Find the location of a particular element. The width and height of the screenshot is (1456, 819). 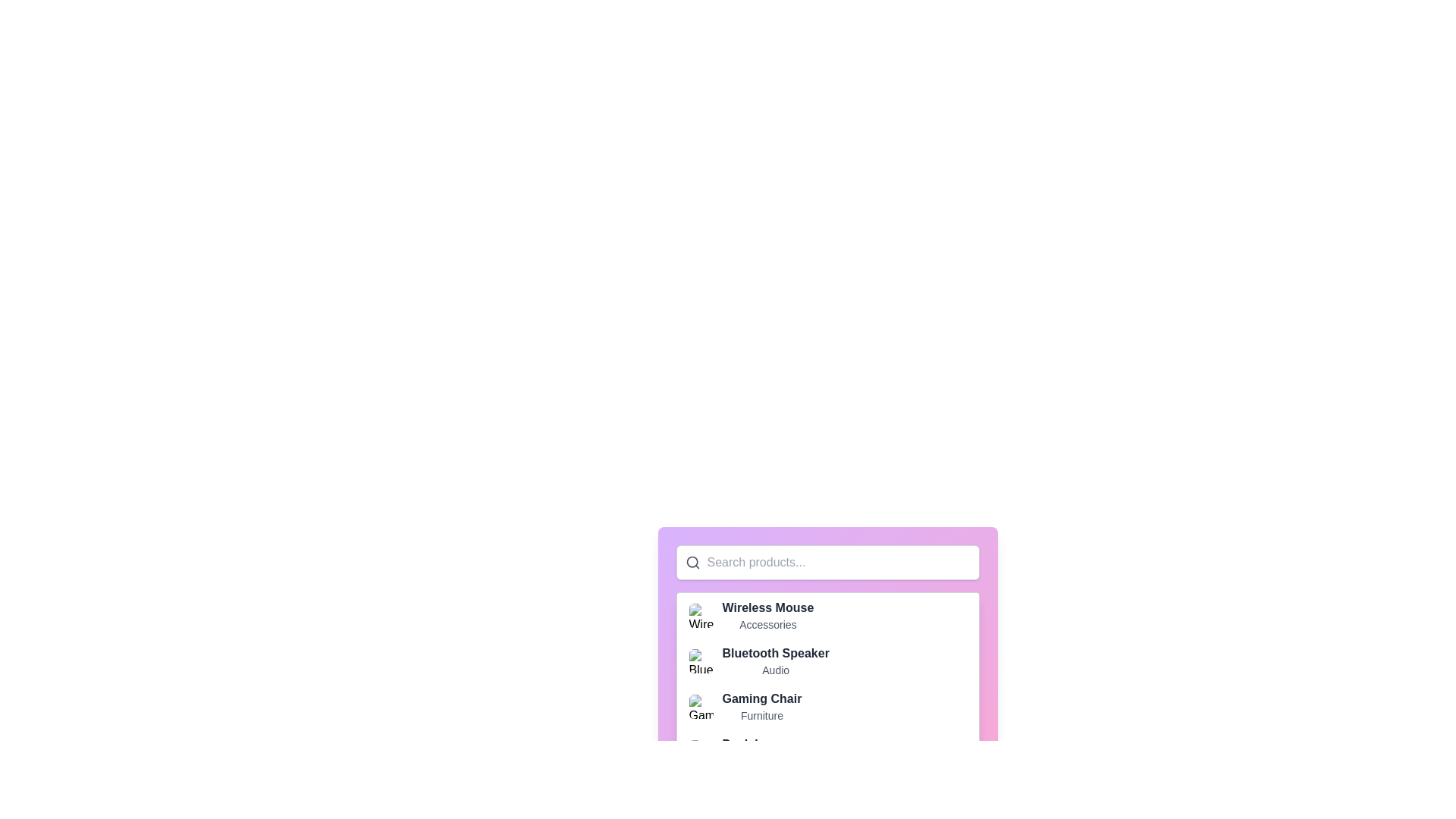

the 'Gaming Chair' text label, which is styled in bold font and dark gray color, located in a vertical list of products is located at coordinates (761, 698).